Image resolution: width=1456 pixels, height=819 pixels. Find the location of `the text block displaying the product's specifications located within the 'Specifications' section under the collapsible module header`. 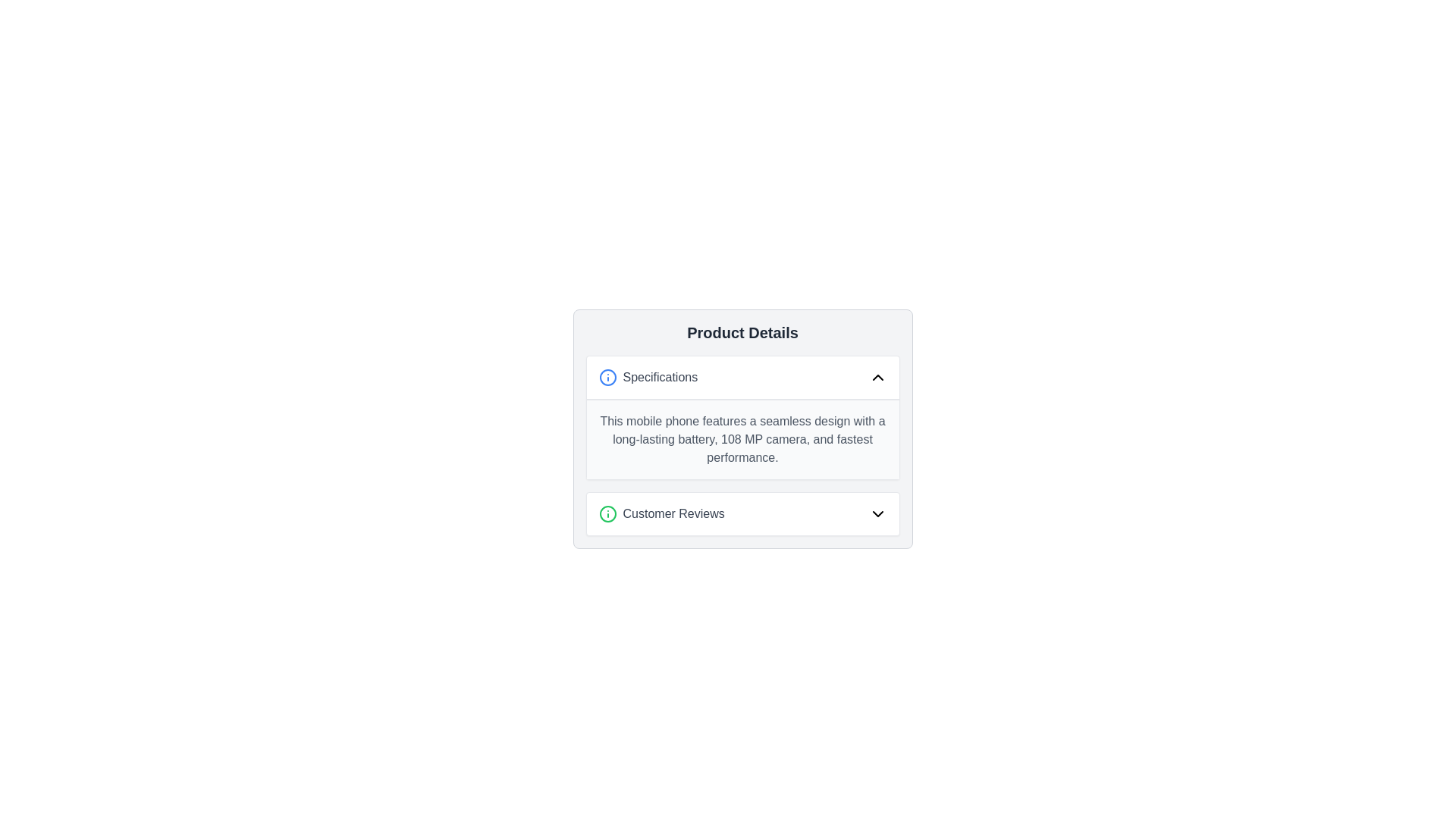

the text block displaying the product's specifications located within the 'Specifications' section under the collapsible module header is located at coordinates (742, 438).